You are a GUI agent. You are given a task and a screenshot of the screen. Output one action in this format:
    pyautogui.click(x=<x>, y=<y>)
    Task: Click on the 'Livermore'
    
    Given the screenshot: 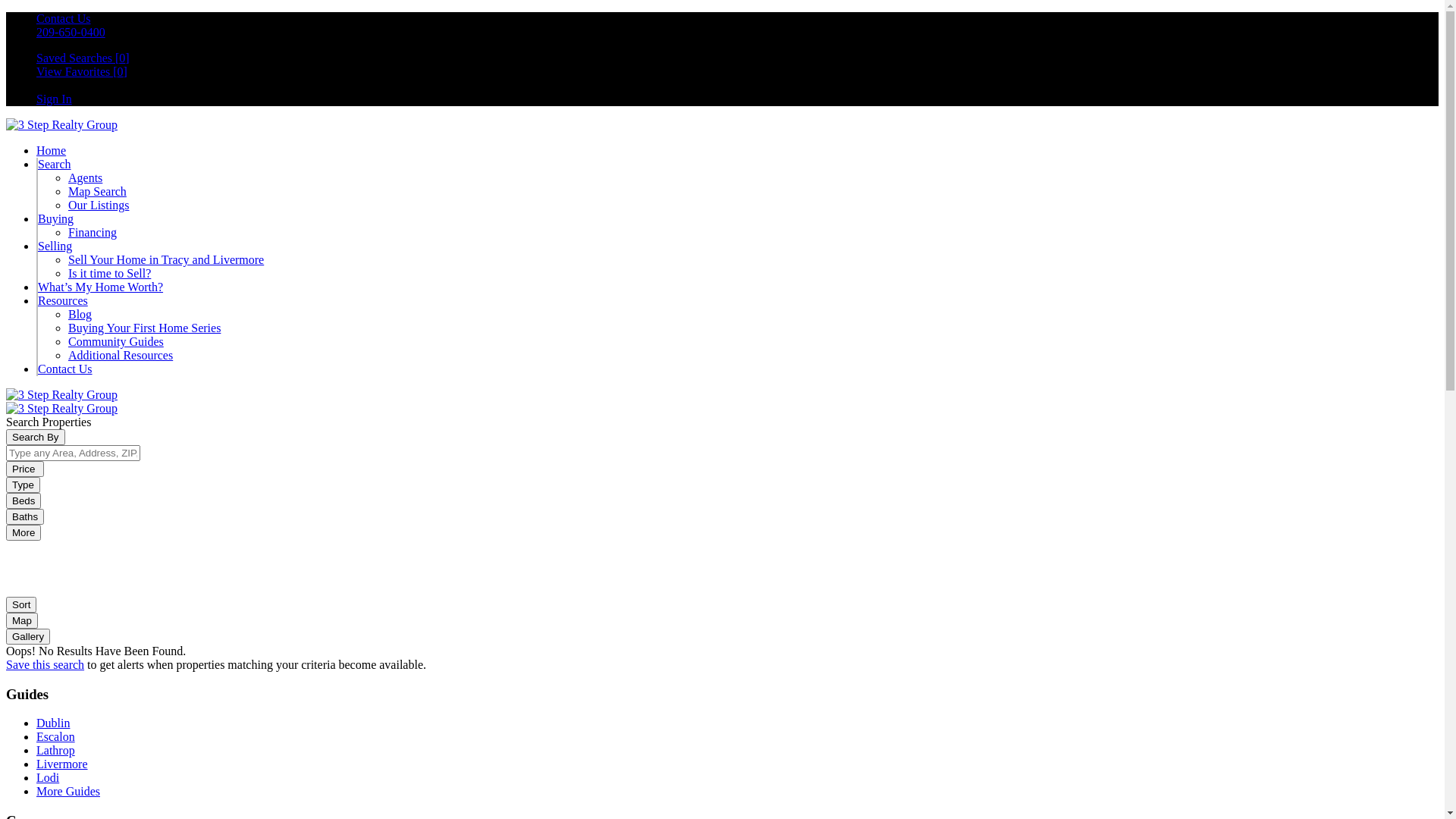 What is the action you would take?
    pyautogui.click(x=61, y=764)
    